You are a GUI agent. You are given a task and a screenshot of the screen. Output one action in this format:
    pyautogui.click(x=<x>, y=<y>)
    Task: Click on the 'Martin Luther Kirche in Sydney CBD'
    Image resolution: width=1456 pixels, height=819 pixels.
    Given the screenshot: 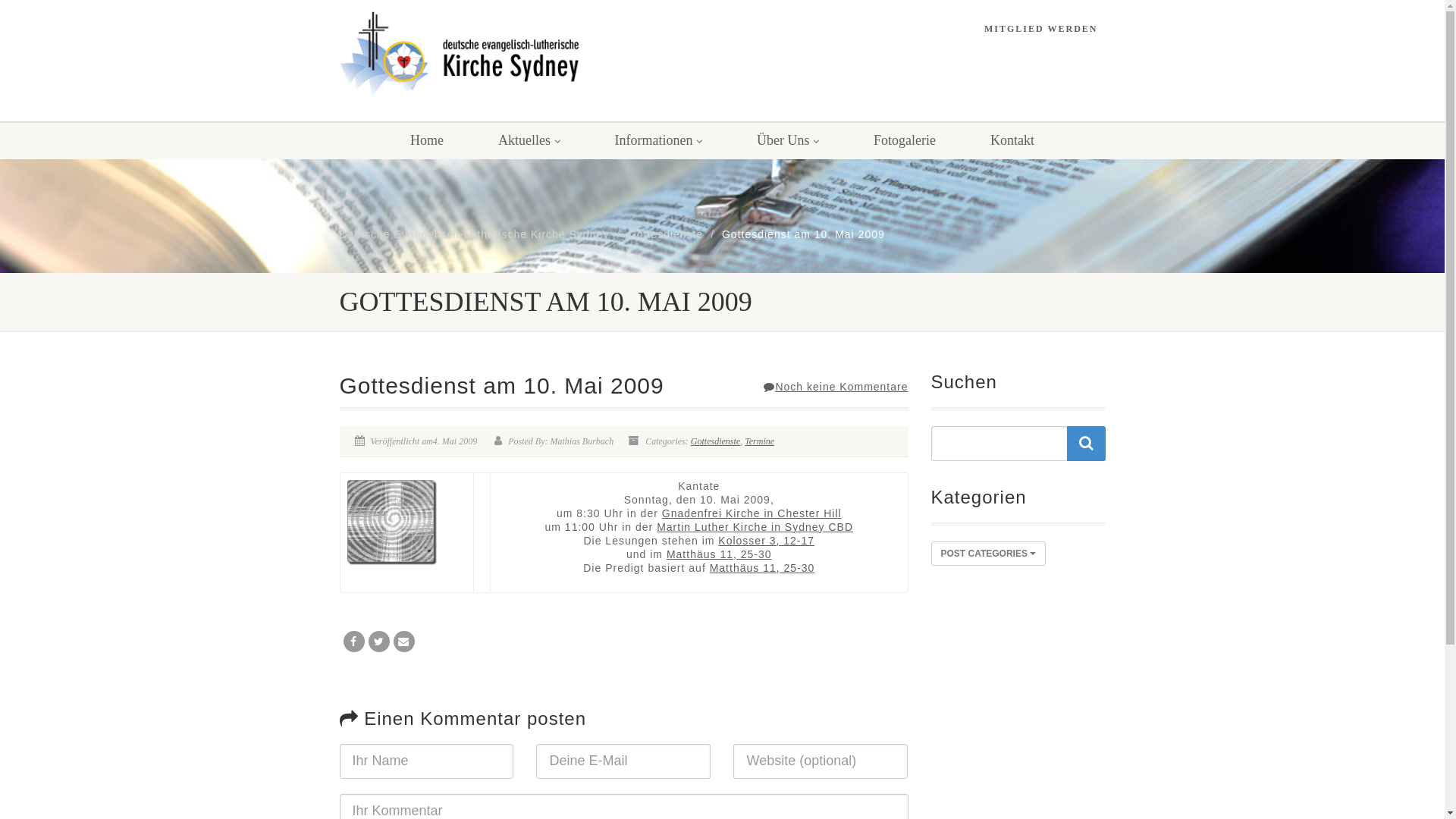 What is the action you would take?
    pyautogui.click(x=755, y=526)
    